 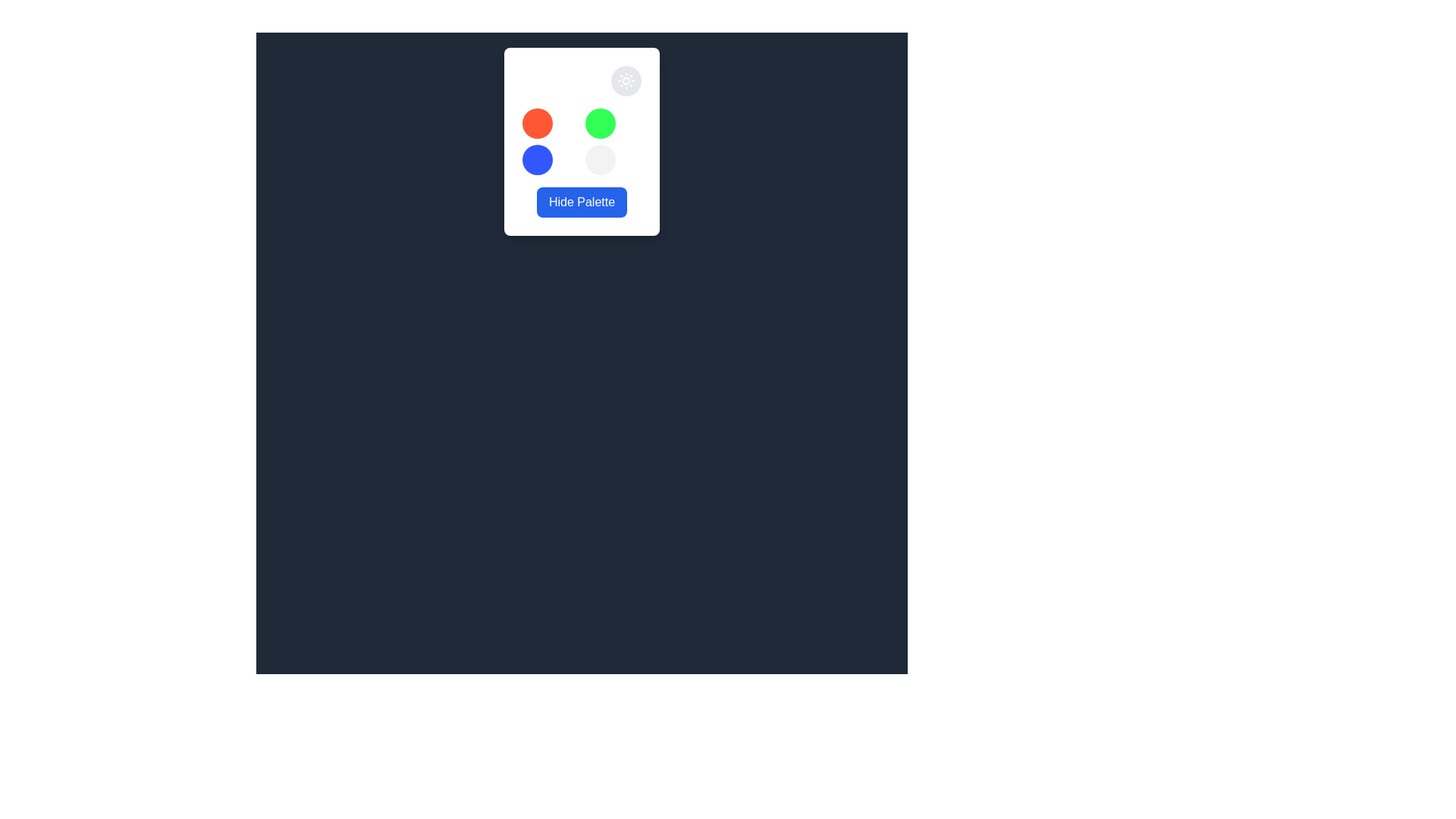 What do you see at coordinates (538, 160) in the screenshot?
I see `the circular indicator with a blue background located in the bottom-left position of a grid layout consisting of four circular items` at bounding box center [538, 160].